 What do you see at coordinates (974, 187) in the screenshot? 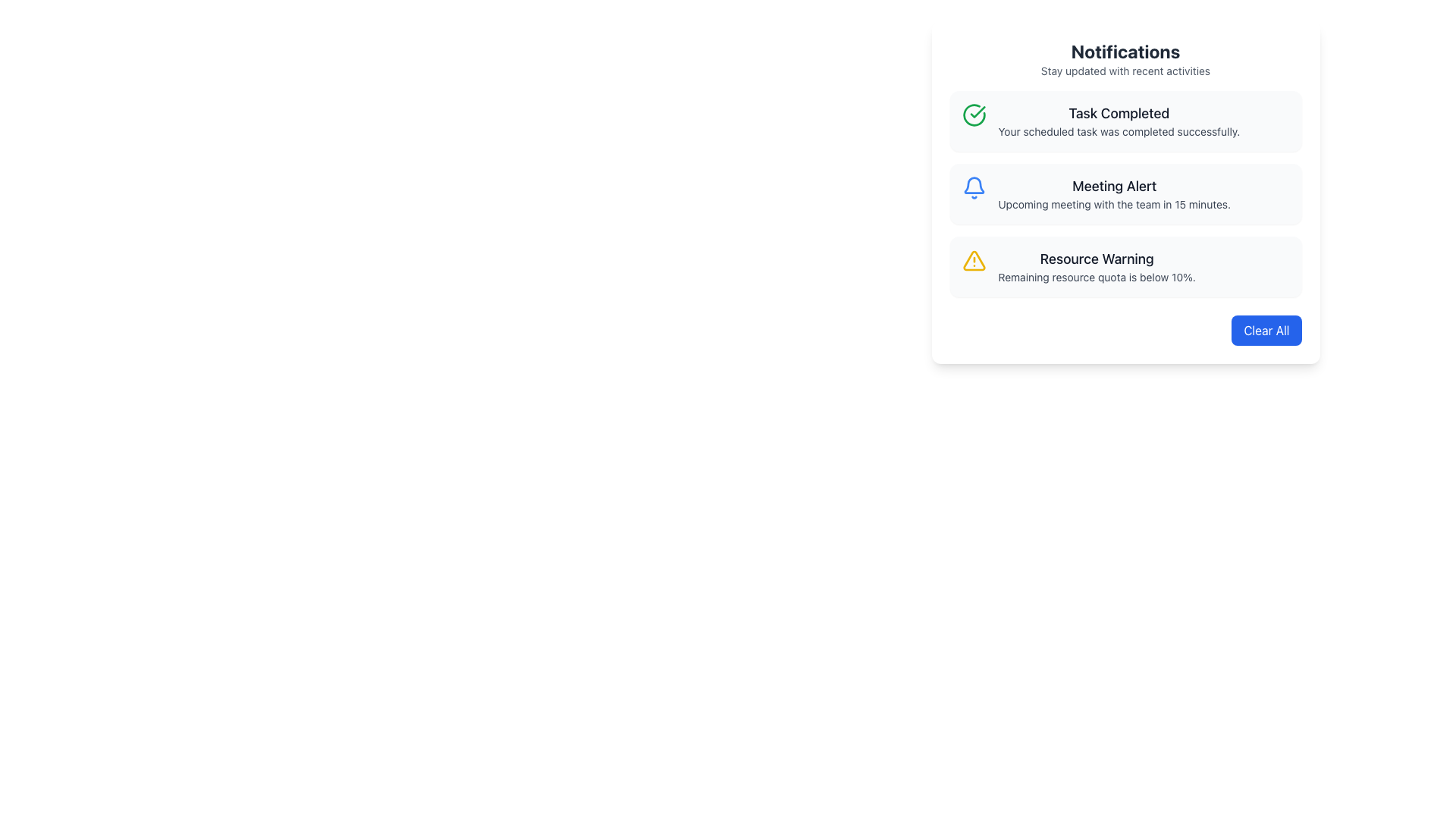
I see `the notification icon representing the 'Meeting Alert'` at bounding box center [974, 187].